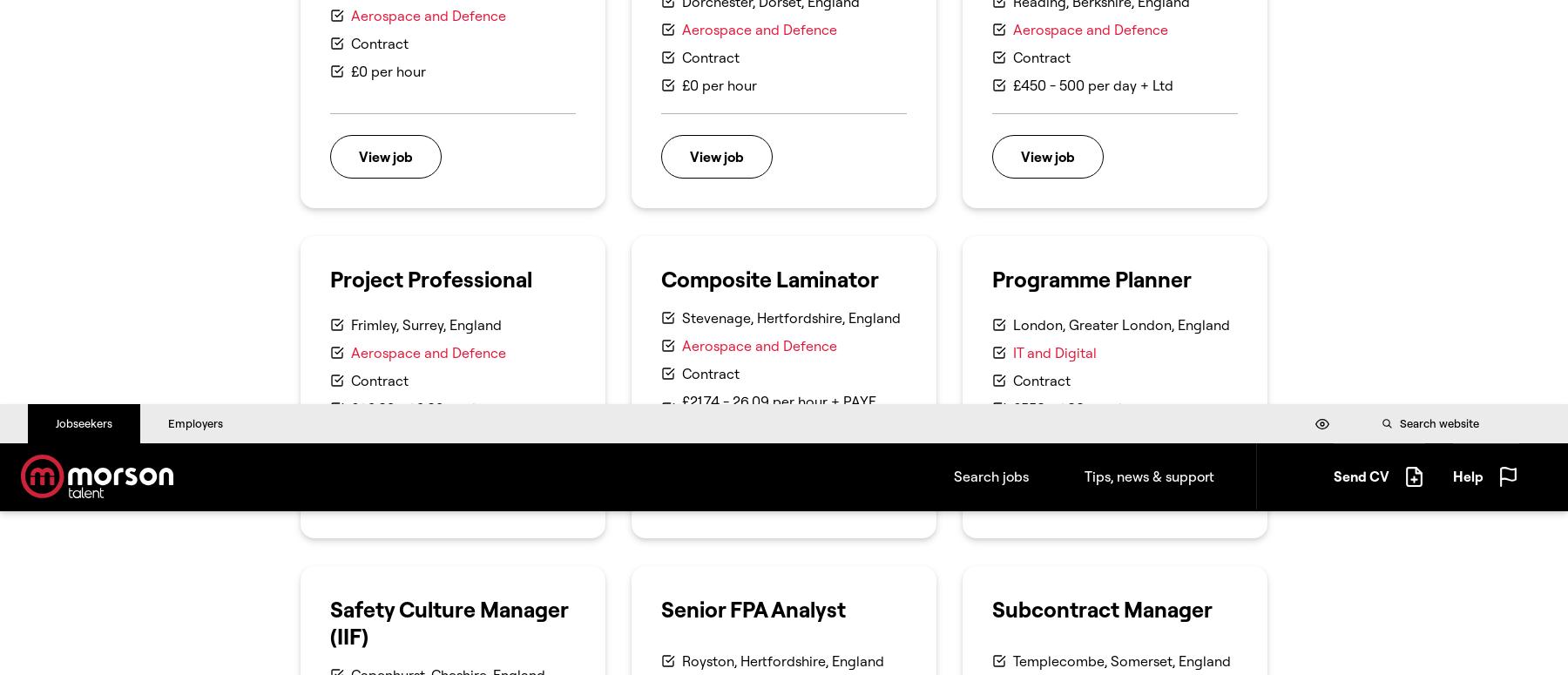 This screenshot has height=675, width=1568. Describe the element at coordinates (385, 195) in the screenshot. I see `'© Copyright 2023 Morson Talent'` at that location.